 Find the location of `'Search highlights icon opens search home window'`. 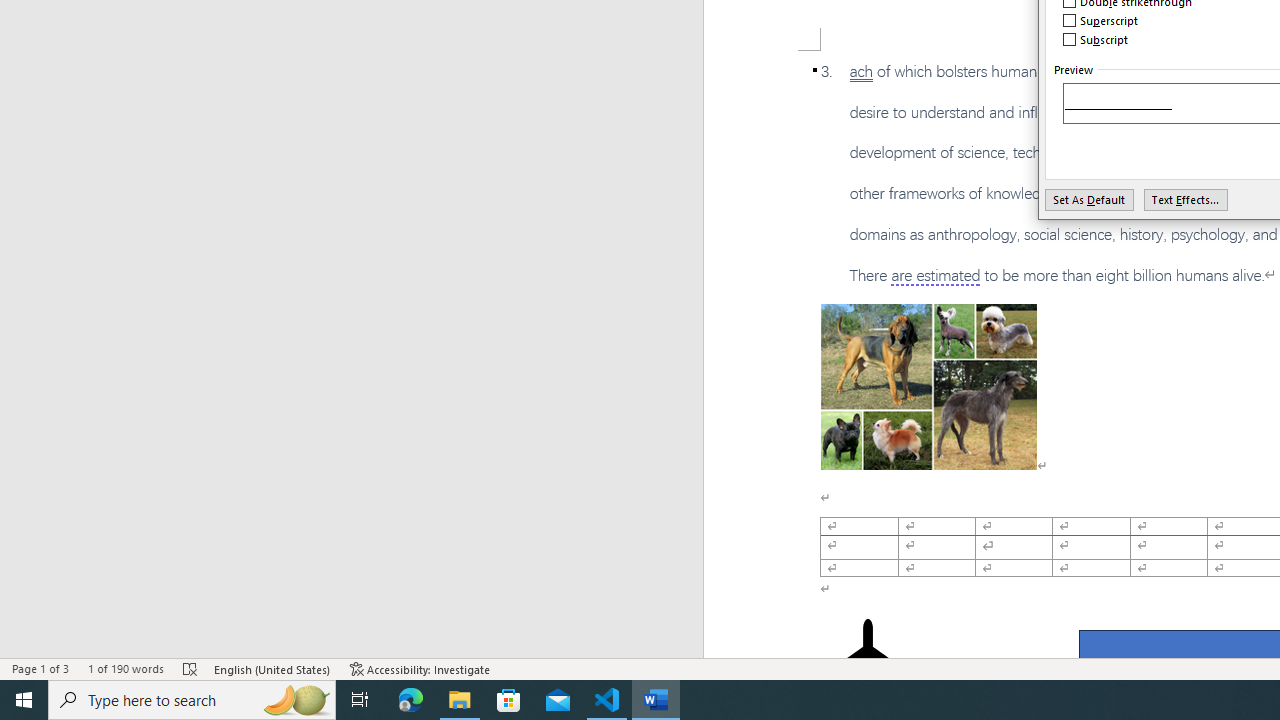

'Search highlights icon opens search home window' is located at coordinates (294, 698).